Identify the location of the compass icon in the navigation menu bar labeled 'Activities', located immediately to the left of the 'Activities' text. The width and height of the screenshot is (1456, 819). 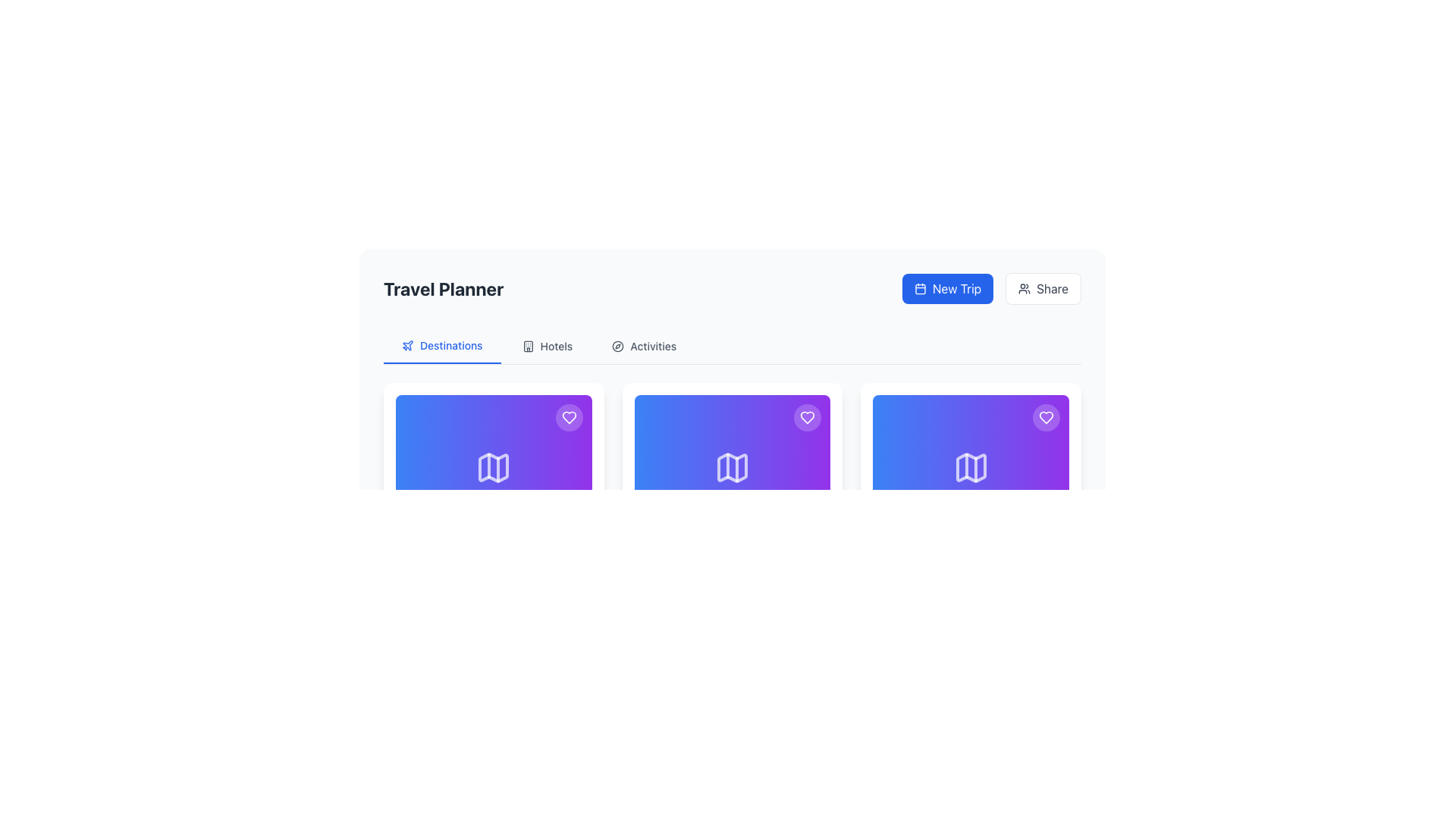
(618, 346).